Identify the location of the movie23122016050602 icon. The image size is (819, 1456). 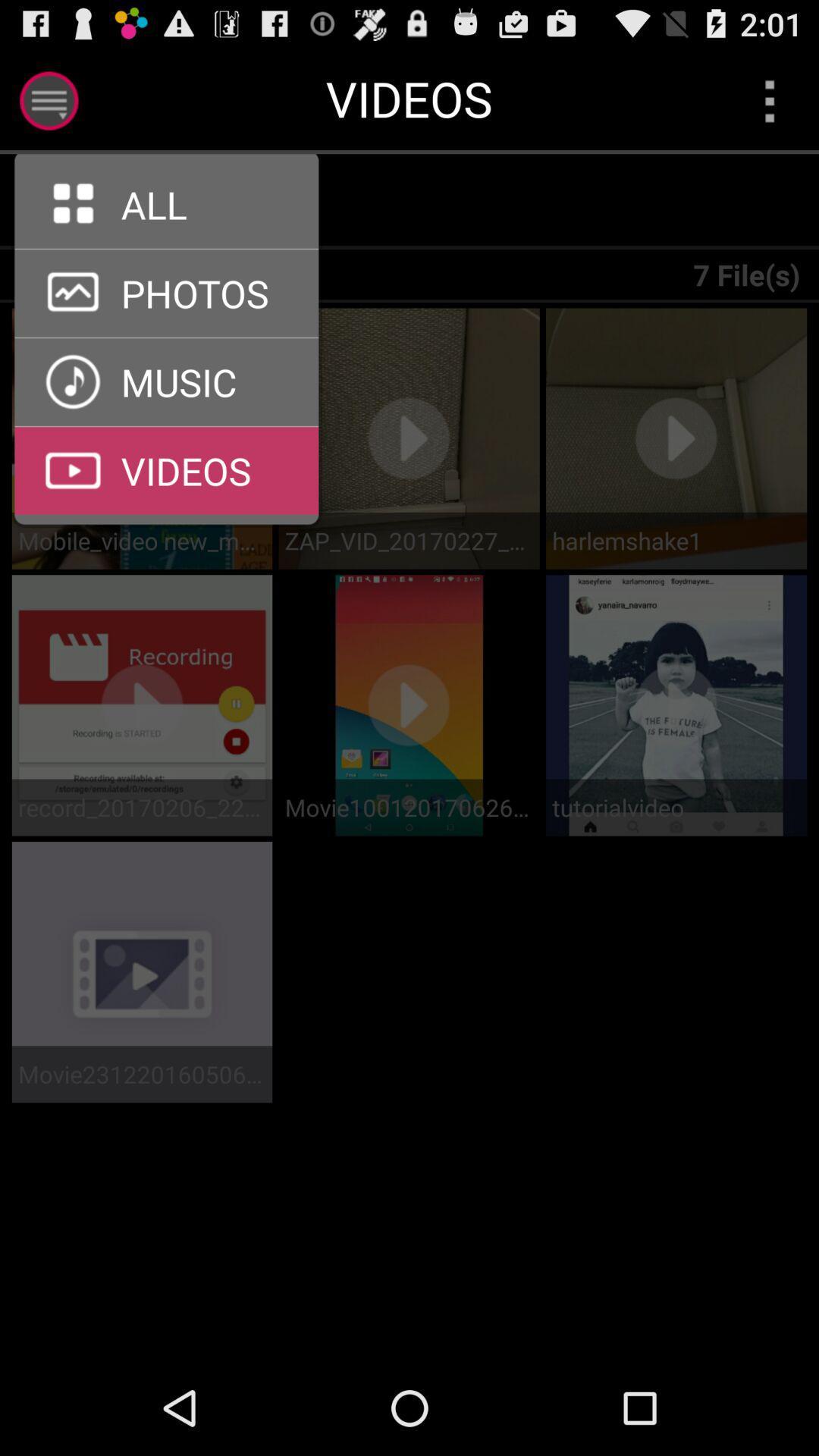
(142, 1073).